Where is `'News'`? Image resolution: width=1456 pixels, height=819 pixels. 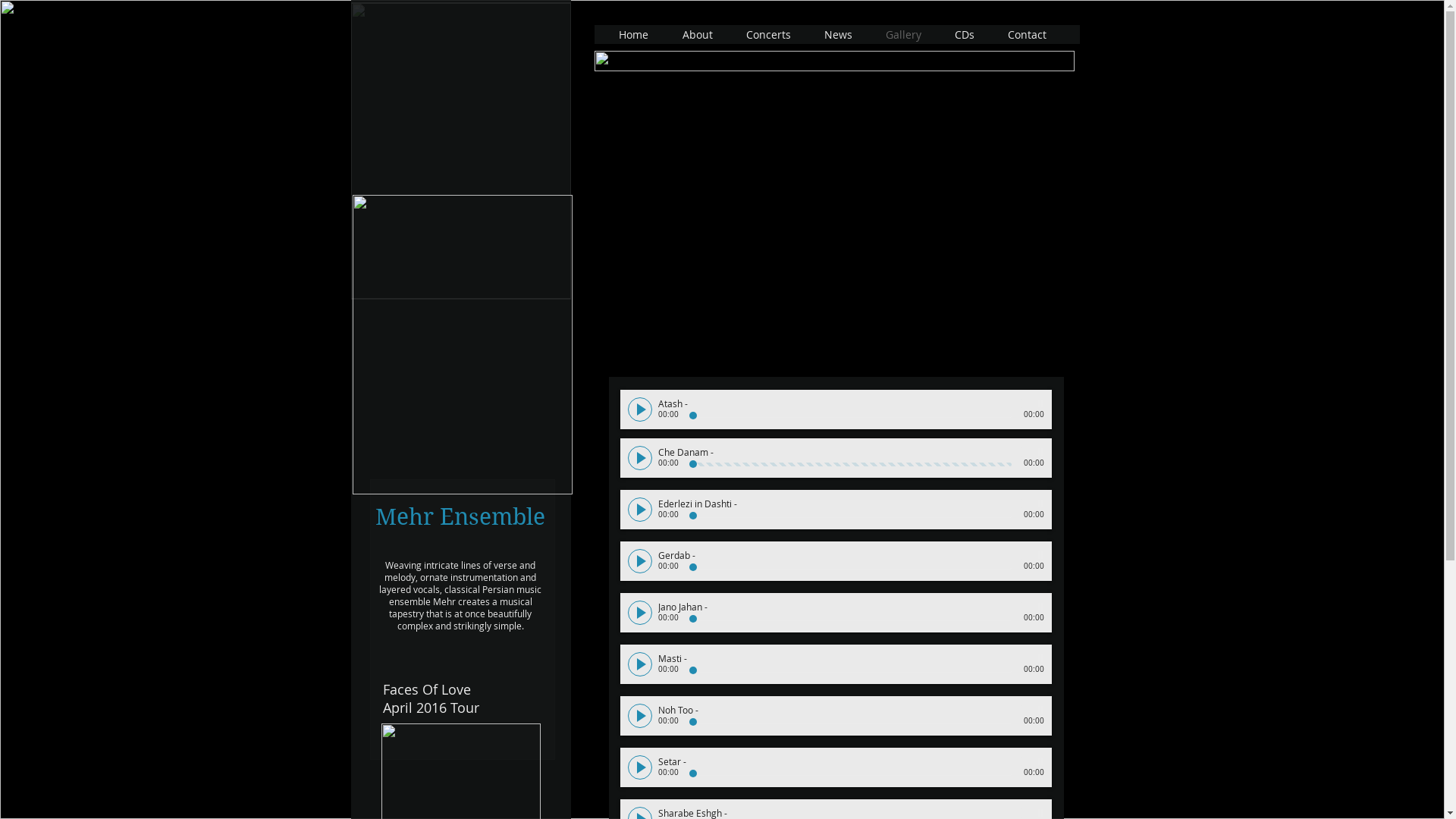
'News' is located at coordinates (838, 34).